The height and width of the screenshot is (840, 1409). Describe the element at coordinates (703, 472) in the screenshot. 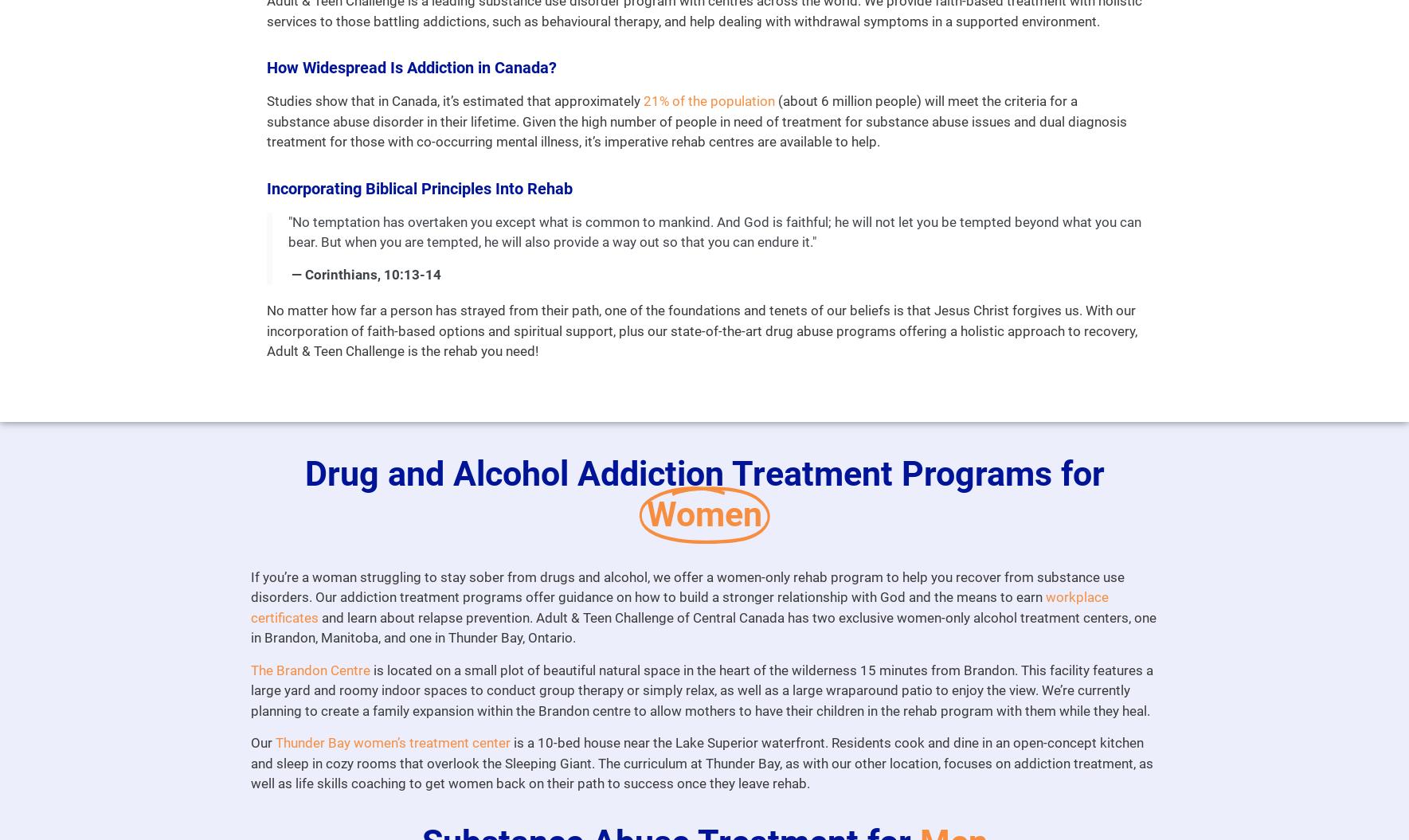

I see `'Drug and Alcohol Addiction Treatment Programs for'` at that location.